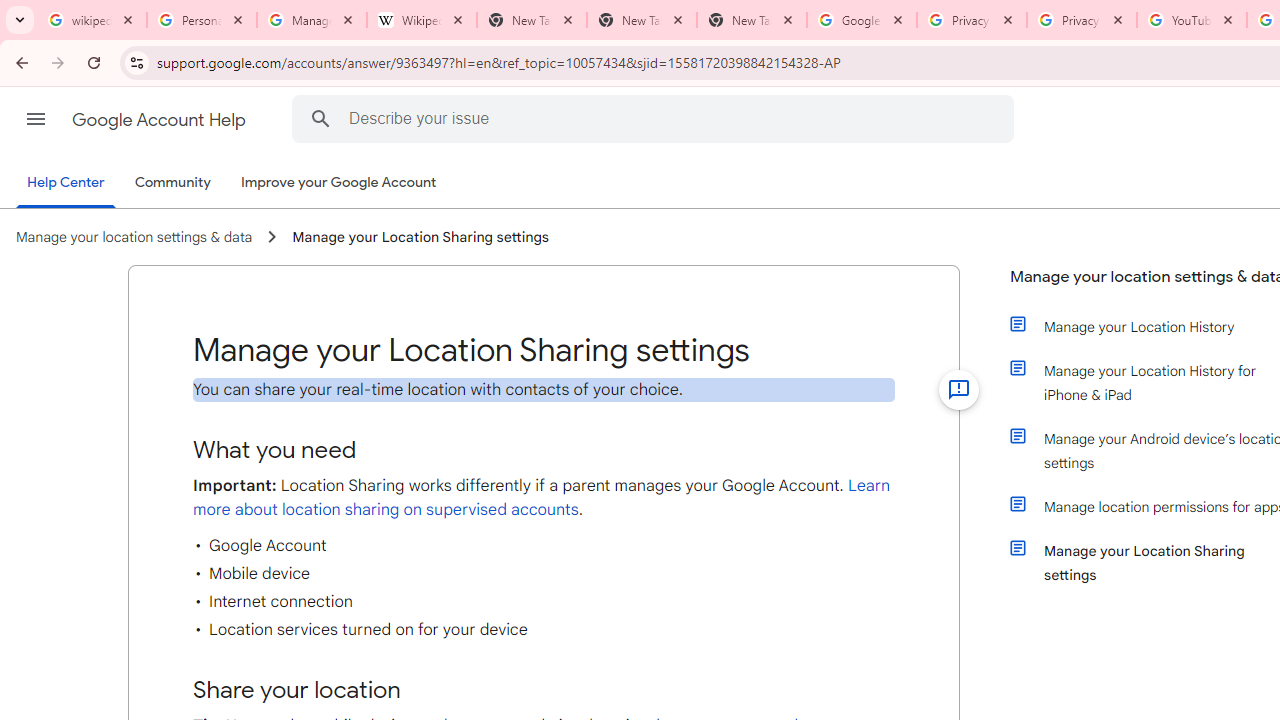 The image size is (1280, 720). I want to click on 'YouTube', so click(1191, 20).